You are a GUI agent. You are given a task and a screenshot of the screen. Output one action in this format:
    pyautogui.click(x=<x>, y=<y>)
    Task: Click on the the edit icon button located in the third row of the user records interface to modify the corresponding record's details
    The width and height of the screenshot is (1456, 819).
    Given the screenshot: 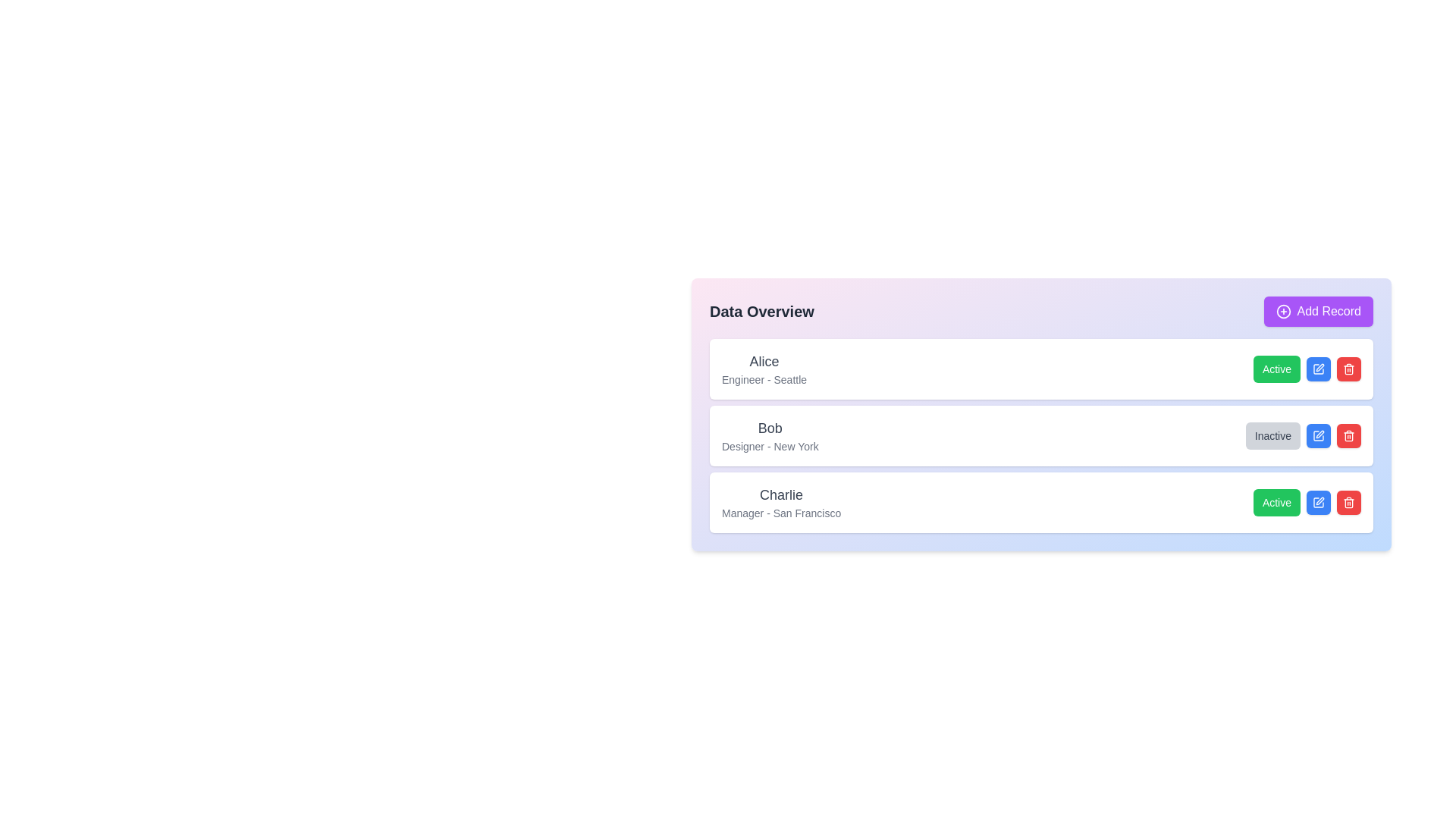 What is the action you would take?
    pyautogui.click(x=1319, y=500)
    